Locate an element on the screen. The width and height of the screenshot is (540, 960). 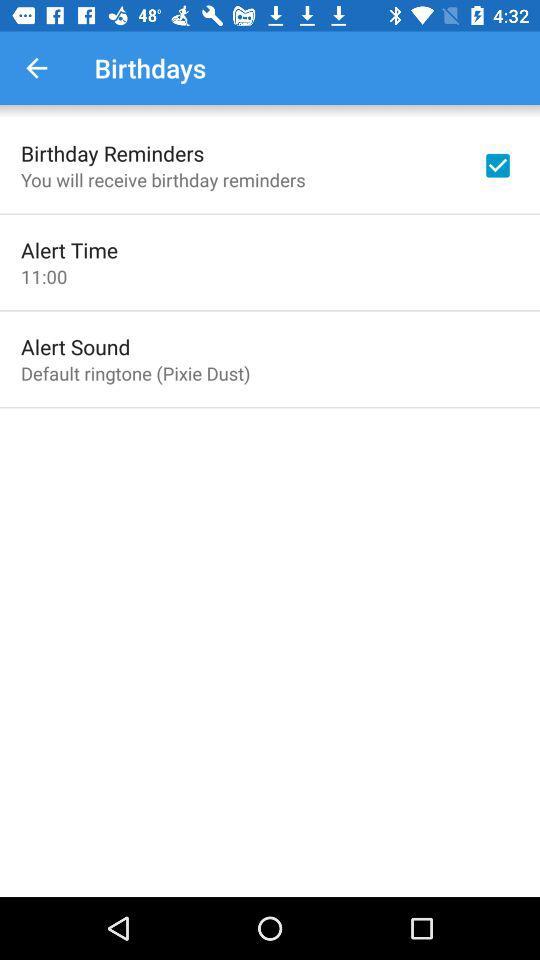
the item above the alert sound icon is located at coordinates (44, 275).